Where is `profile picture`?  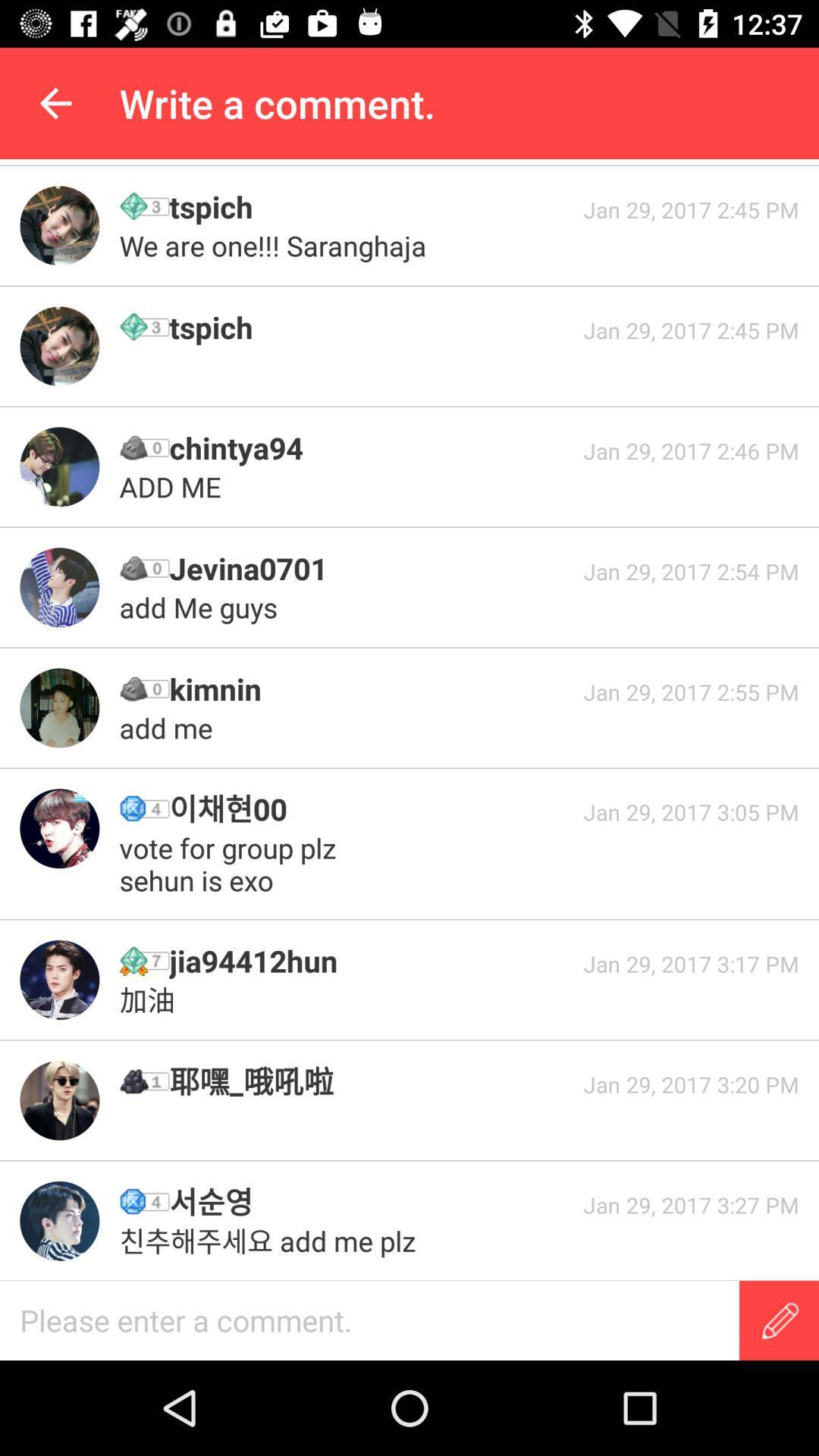 profile picture is located at coordinates (58, 707).